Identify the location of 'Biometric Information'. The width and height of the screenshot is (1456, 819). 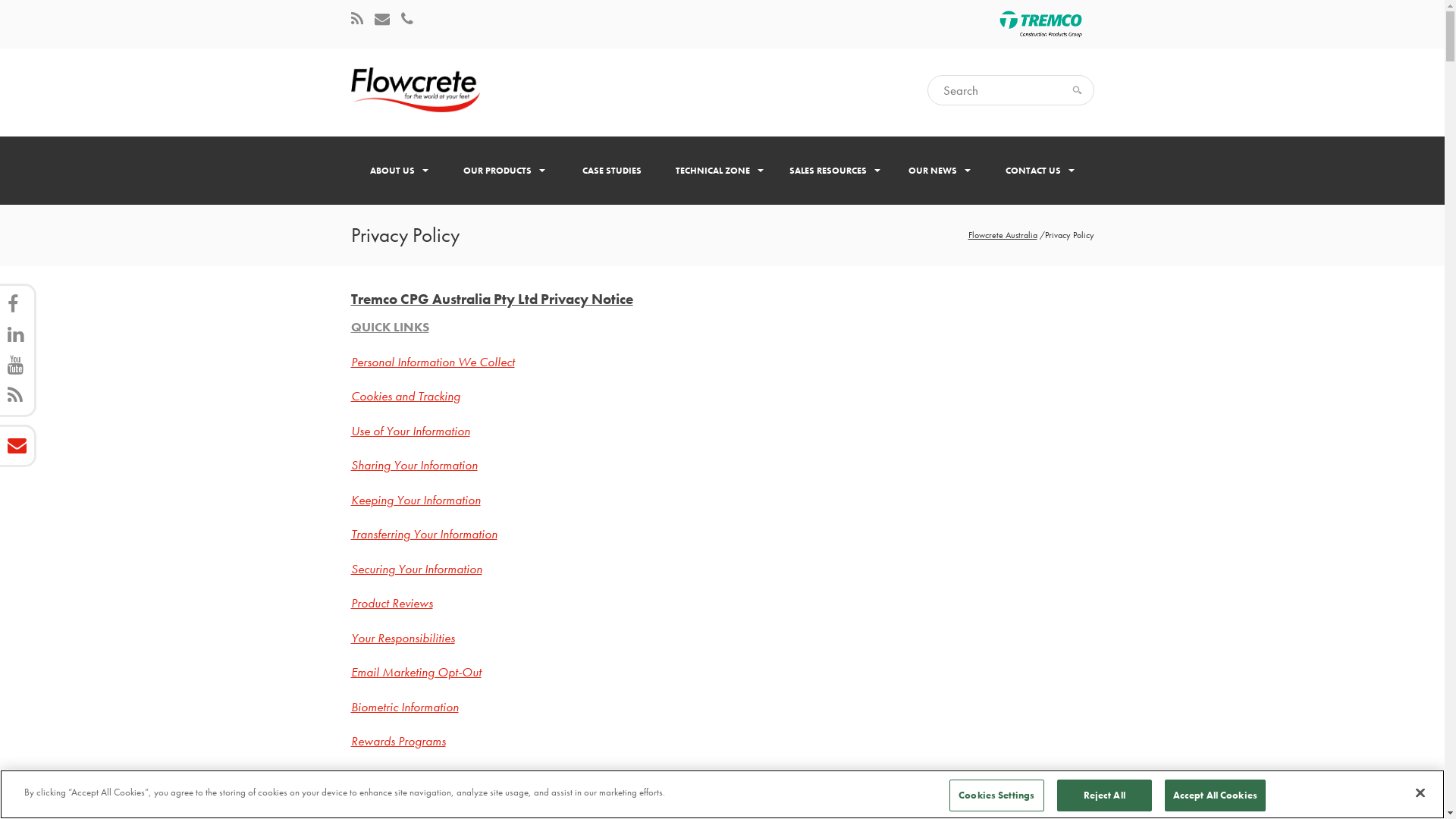
(403, 707).